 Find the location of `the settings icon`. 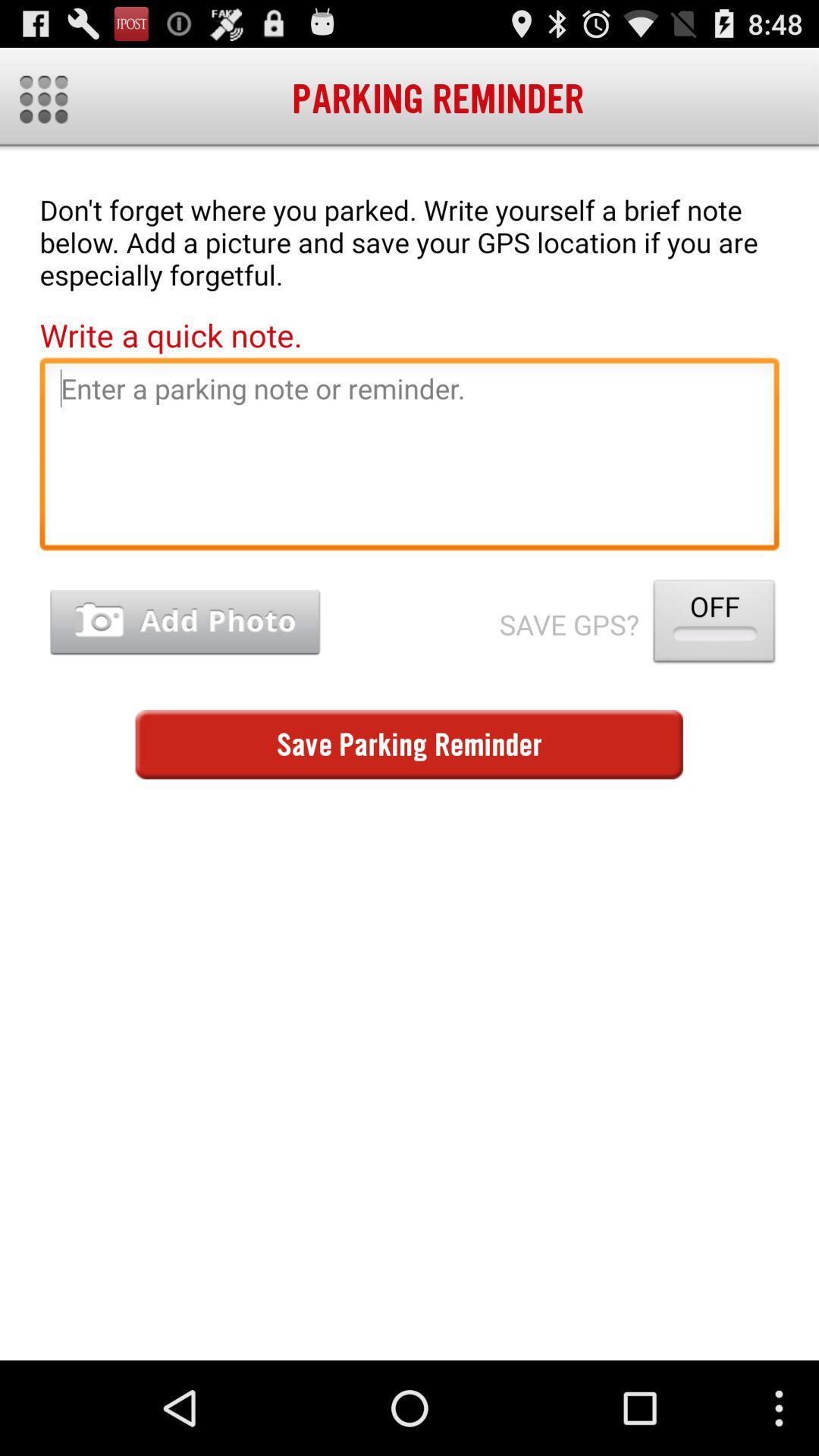

the settings icon is located at coordinates (42, 105).